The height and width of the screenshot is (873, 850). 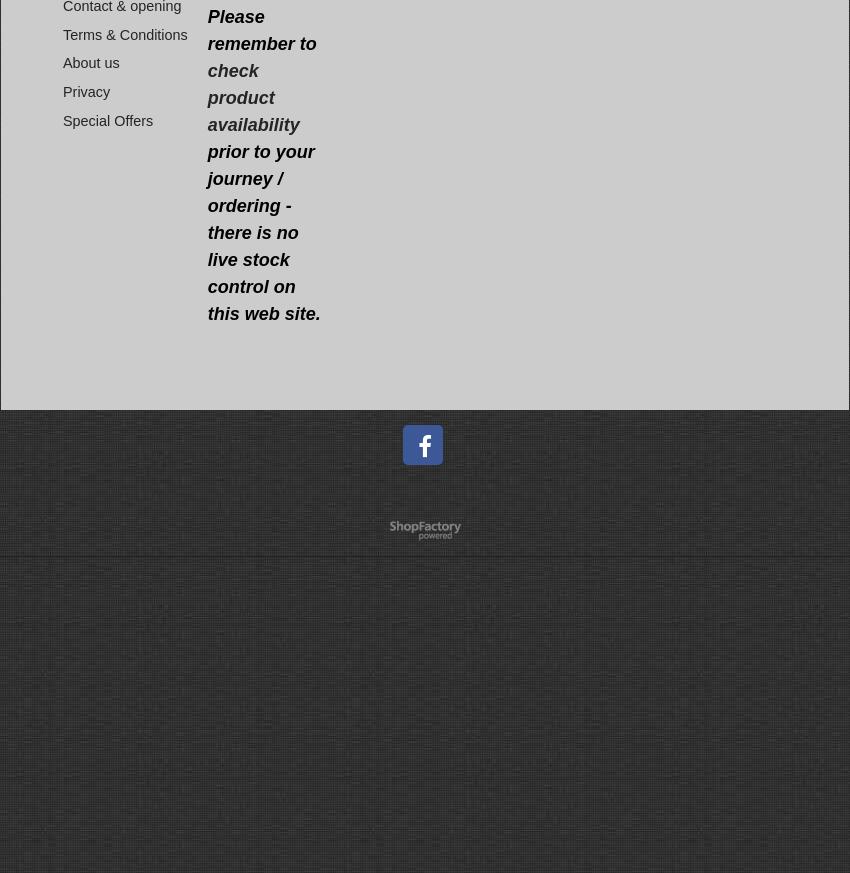 I want to click on 'To create online store ShopFactory eCommerce software was used.', so click(x=371, y=535).